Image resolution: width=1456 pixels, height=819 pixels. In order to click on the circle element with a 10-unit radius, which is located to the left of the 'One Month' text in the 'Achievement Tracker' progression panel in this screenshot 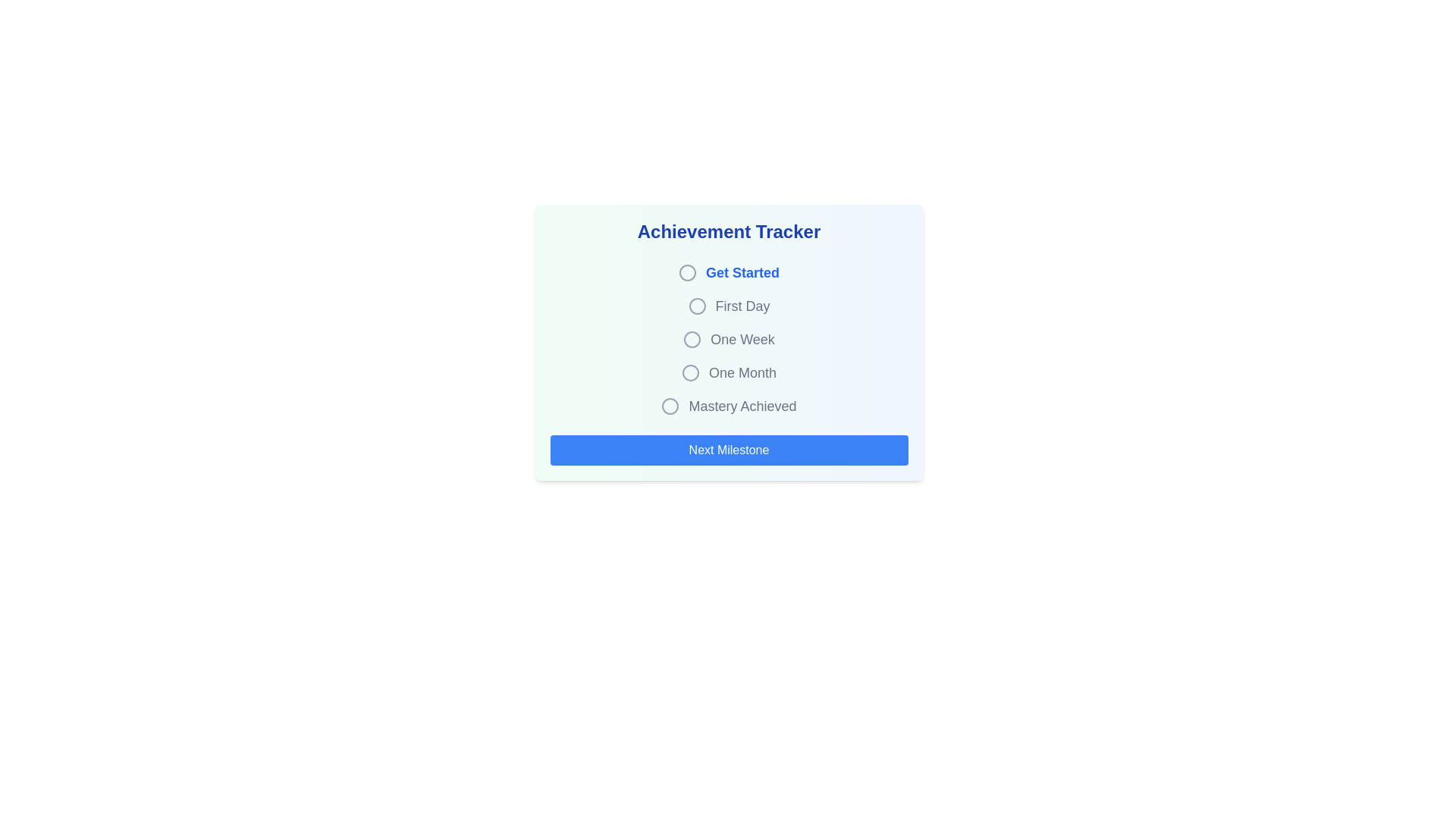, I will do `click(690, 373)`.